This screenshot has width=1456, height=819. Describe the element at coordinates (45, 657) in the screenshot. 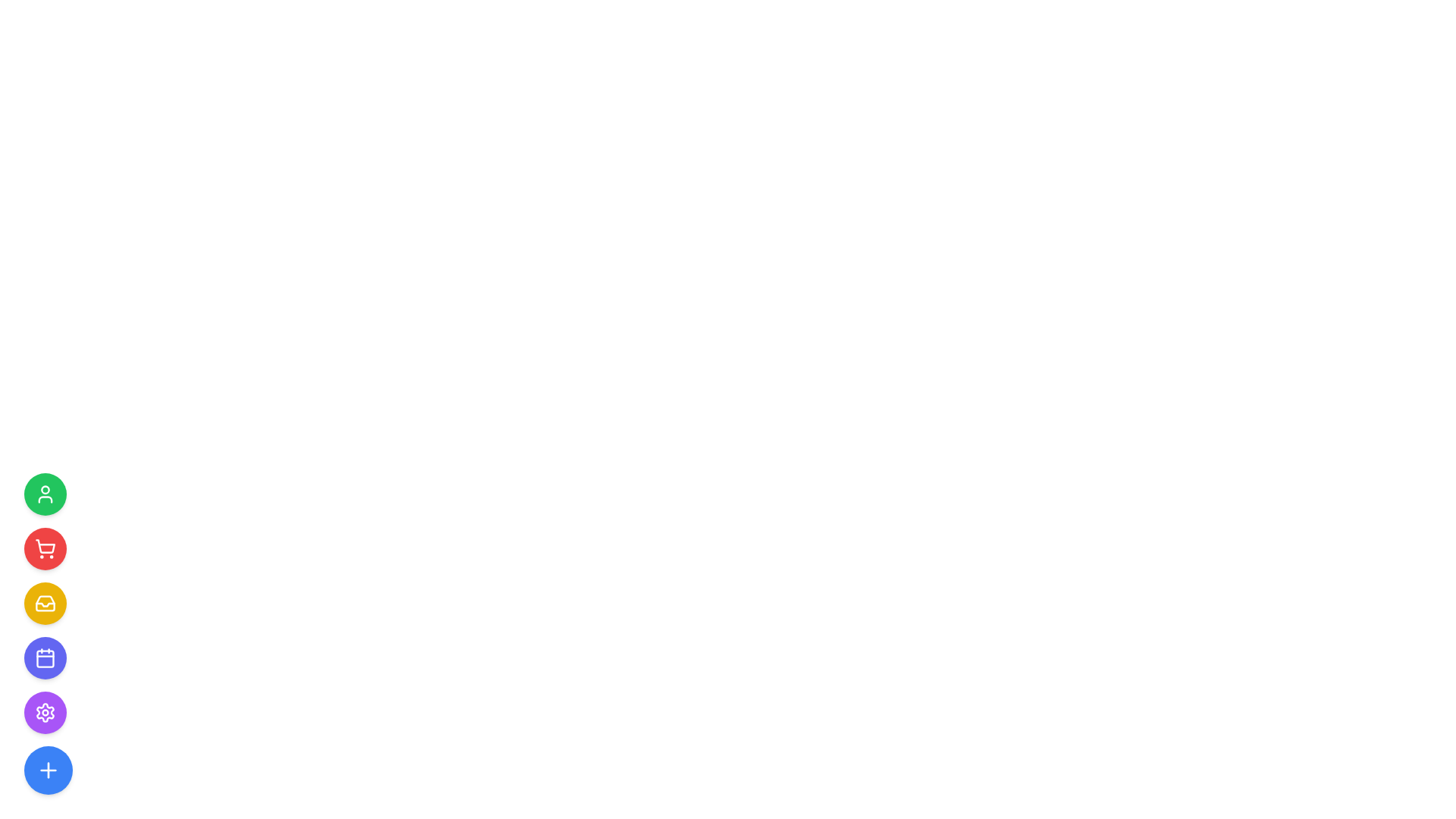

I see `the fourth circular icon button from the top on the left side of the interface` at that location.